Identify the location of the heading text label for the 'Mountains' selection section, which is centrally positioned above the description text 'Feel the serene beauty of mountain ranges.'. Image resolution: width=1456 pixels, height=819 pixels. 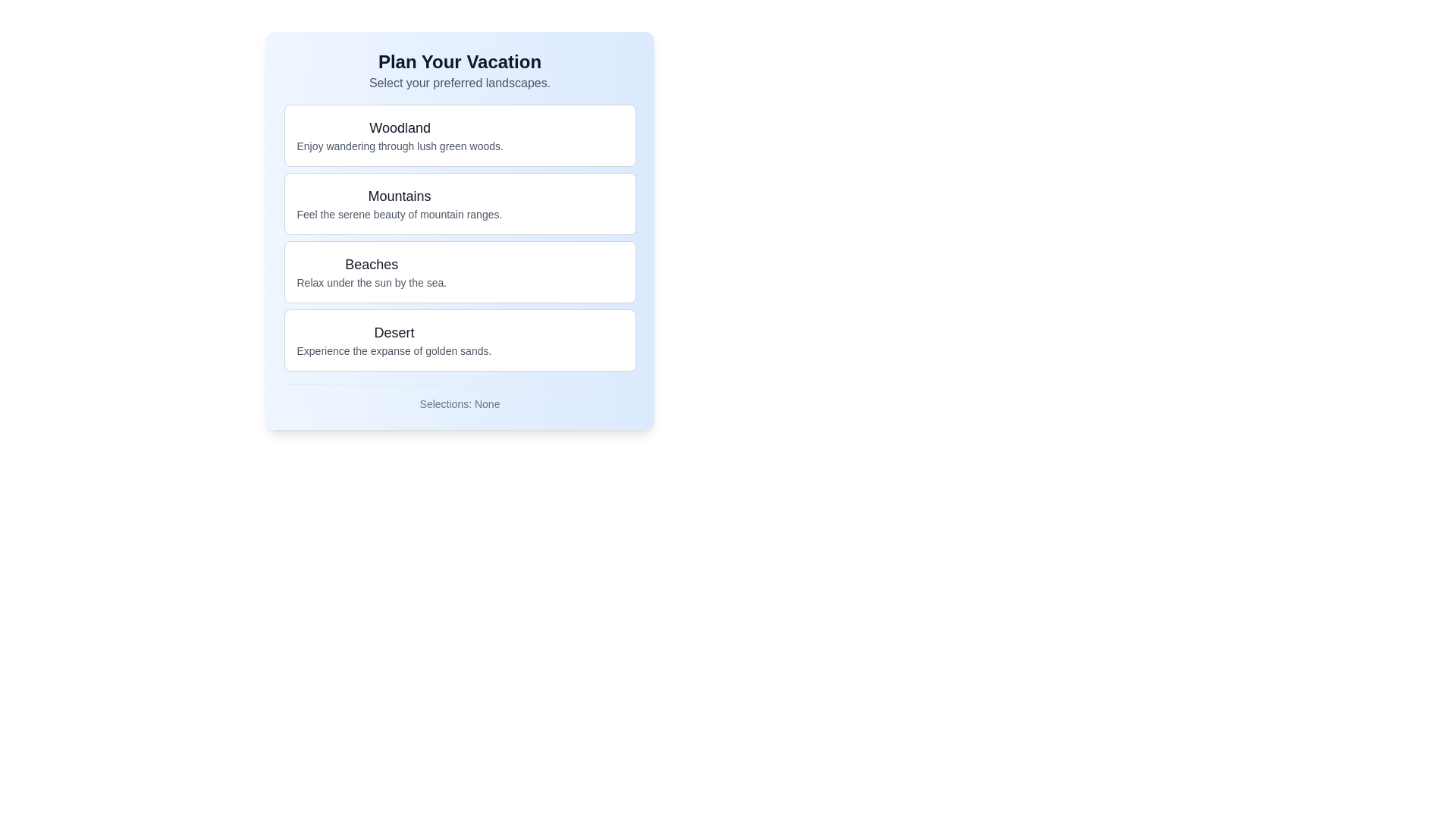
(399, 195).